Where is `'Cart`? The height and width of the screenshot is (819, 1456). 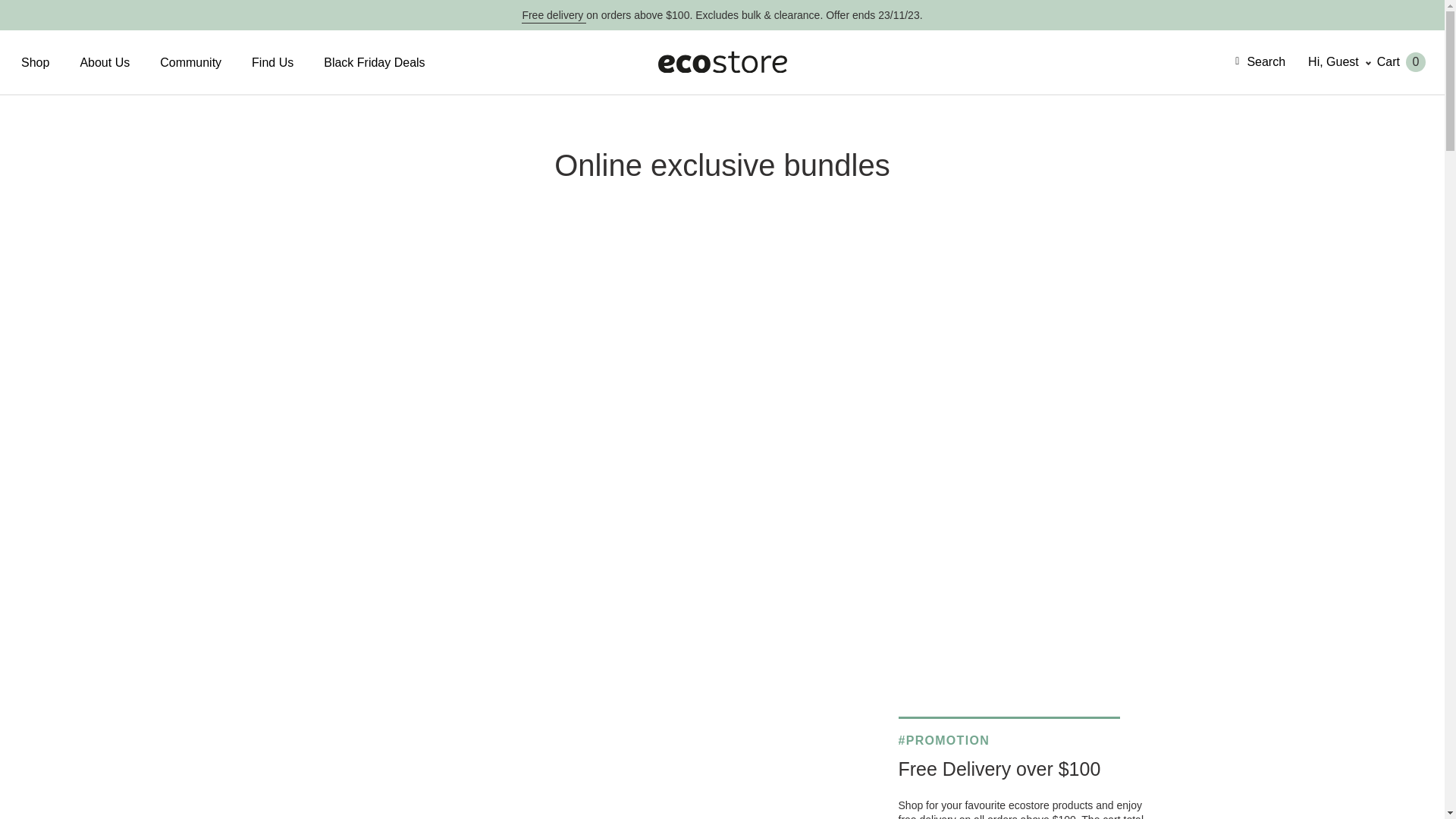 'Cart is located at coordinates (1376, 61).